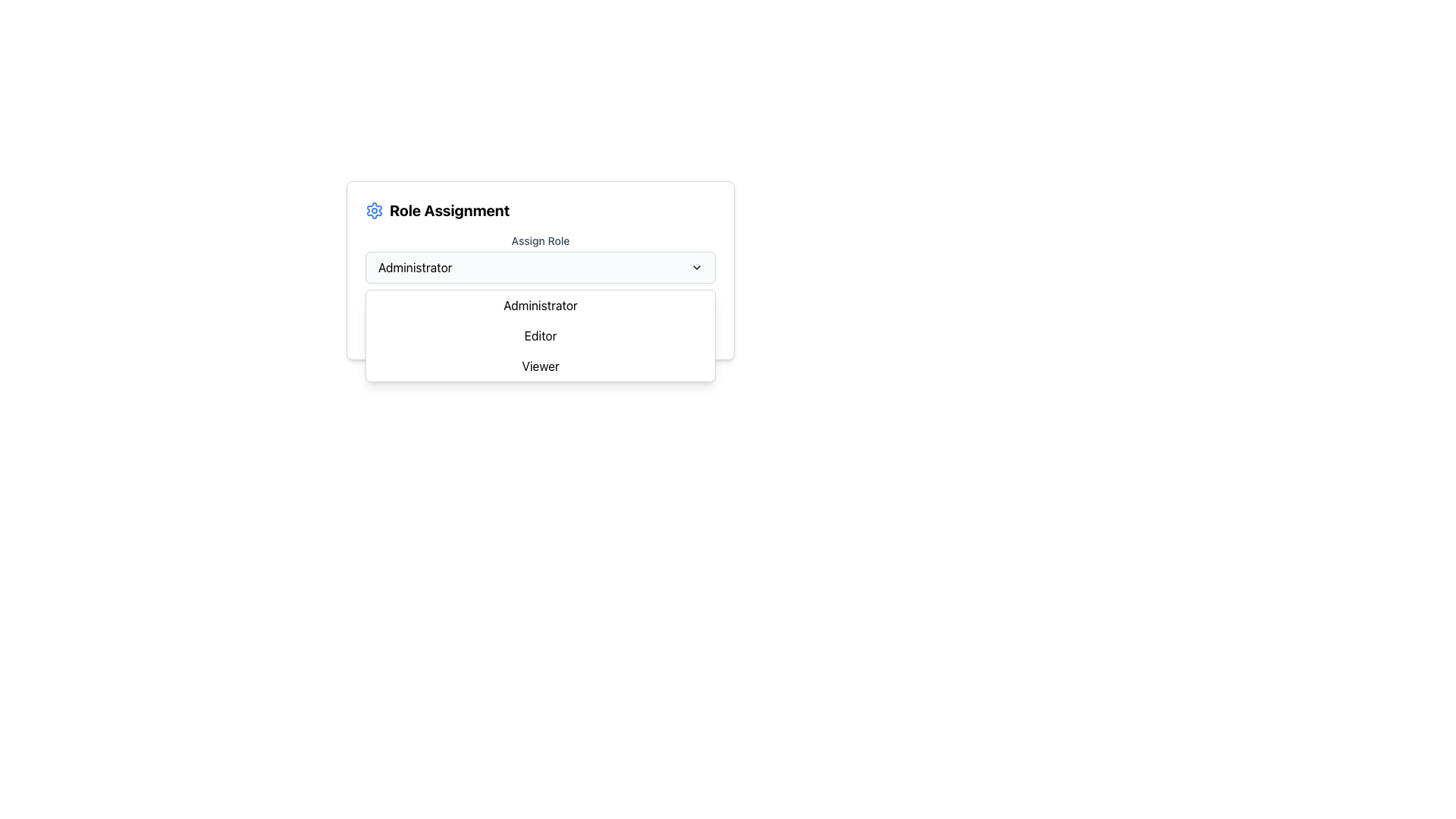  Describe the element at coordinates (541, 366) in the screenshot. I see `the 'Viewer' dropdown item, which is the third option in the dropdown menu below the 'Role Assignment' label` at that location.